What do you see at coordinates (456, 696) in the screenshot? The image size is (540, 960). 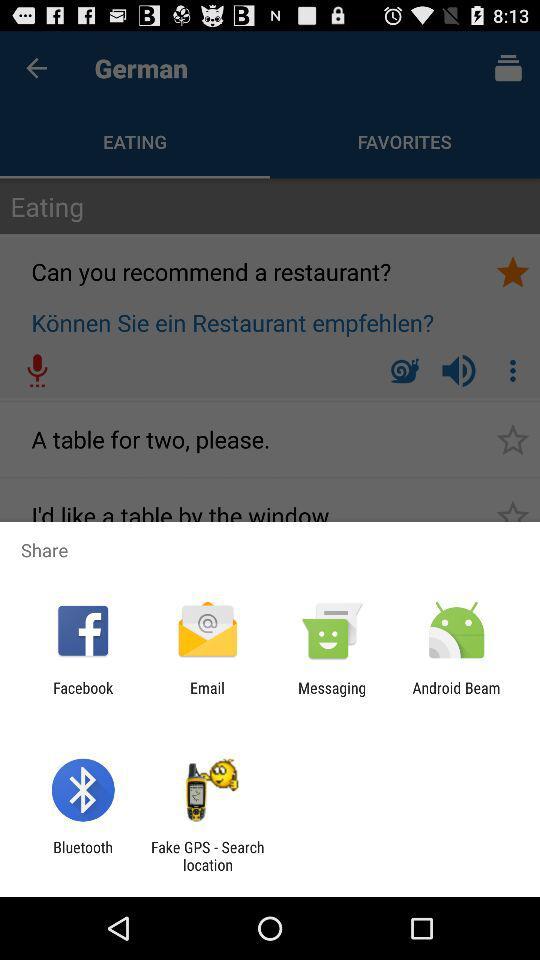 I see `the icon to the right of the messaging` at bounding box center [456, 696].